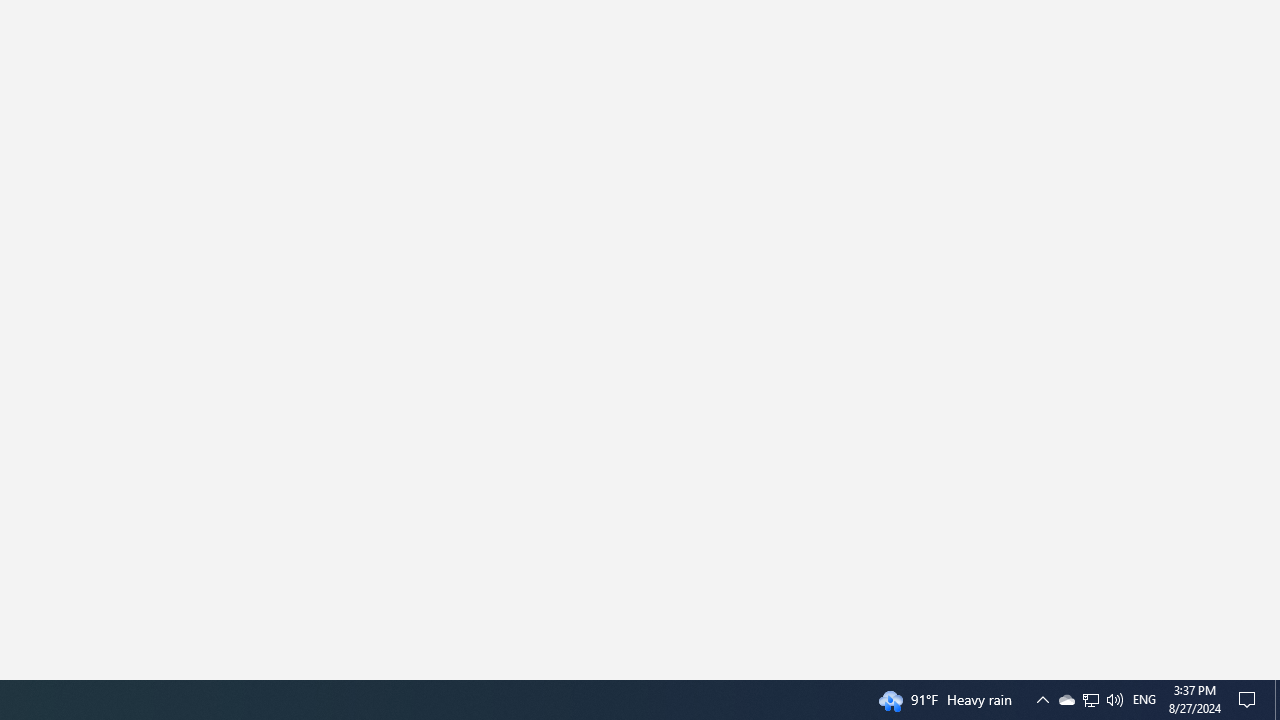 The height and width of the screenshot is (720, 1280). I want to click on 'Tray Input Indicator - English (United States)', so click(1144, 698).